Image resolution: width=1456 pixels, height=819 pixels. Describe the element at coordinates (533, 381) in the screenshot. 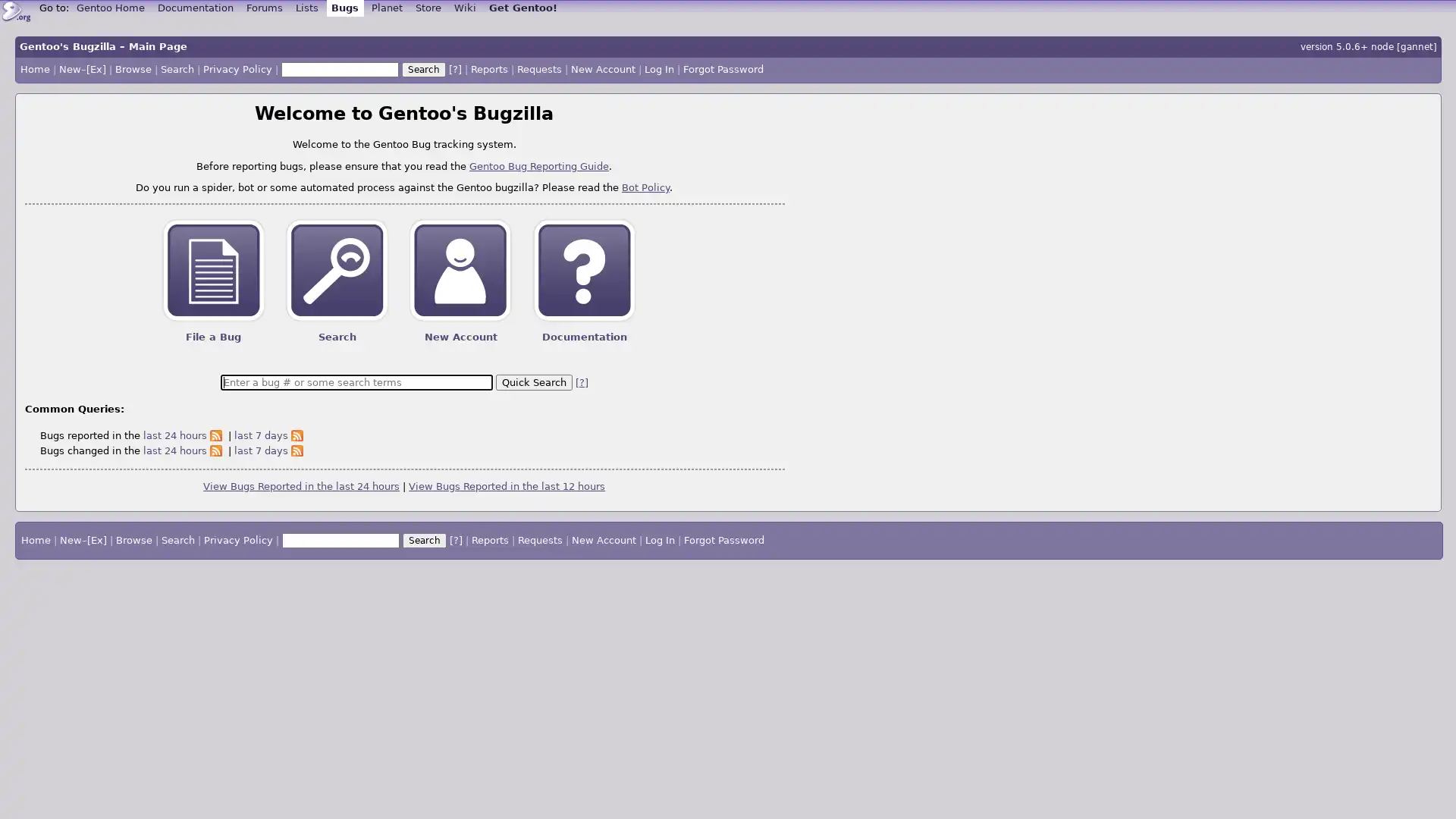

I see `Quick Search` at that location.